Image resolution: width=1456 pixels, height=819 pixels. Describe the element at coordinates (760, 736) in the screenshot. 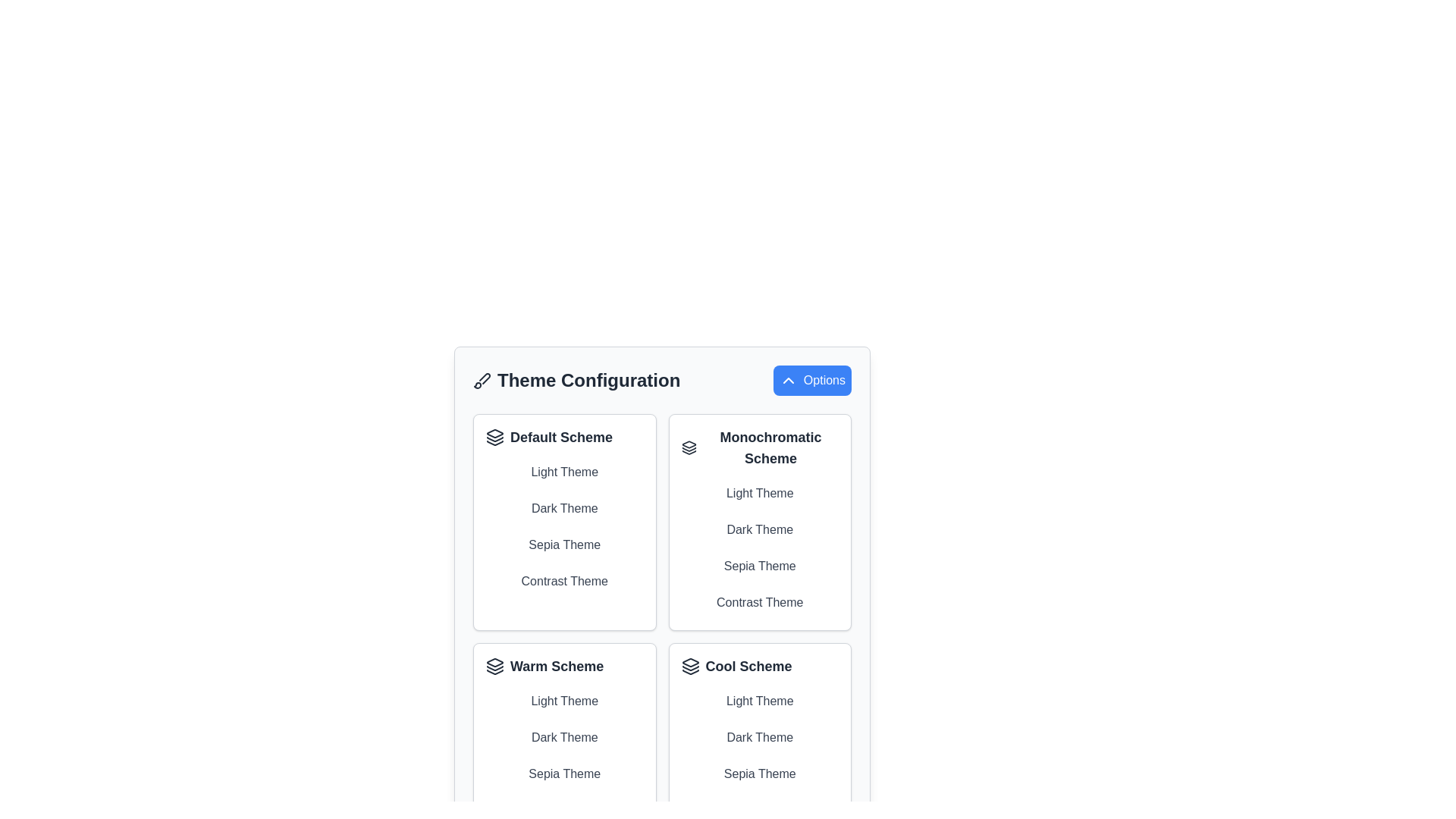

I see `the 'Dark Theme' selectable text option in the 'Theme Configuration' menu` at that location.